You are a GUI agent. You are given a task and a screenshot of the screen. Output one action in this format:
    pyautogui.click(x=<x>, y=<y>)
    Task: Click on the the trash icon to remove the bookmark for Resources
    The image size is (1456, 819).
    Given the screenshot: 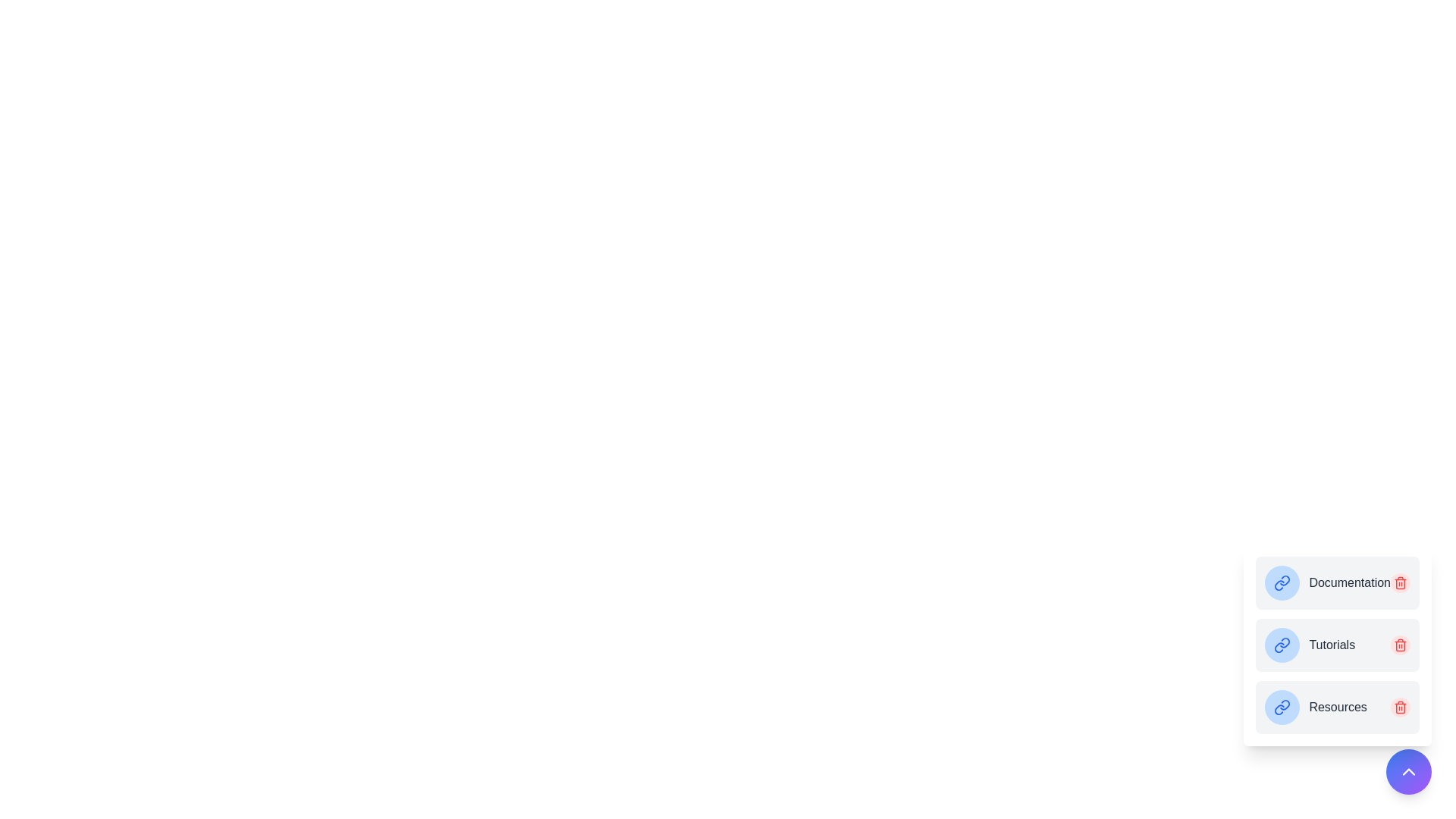 What is the action you would take?
    pyautogui.click(x=1400, y=708)
    